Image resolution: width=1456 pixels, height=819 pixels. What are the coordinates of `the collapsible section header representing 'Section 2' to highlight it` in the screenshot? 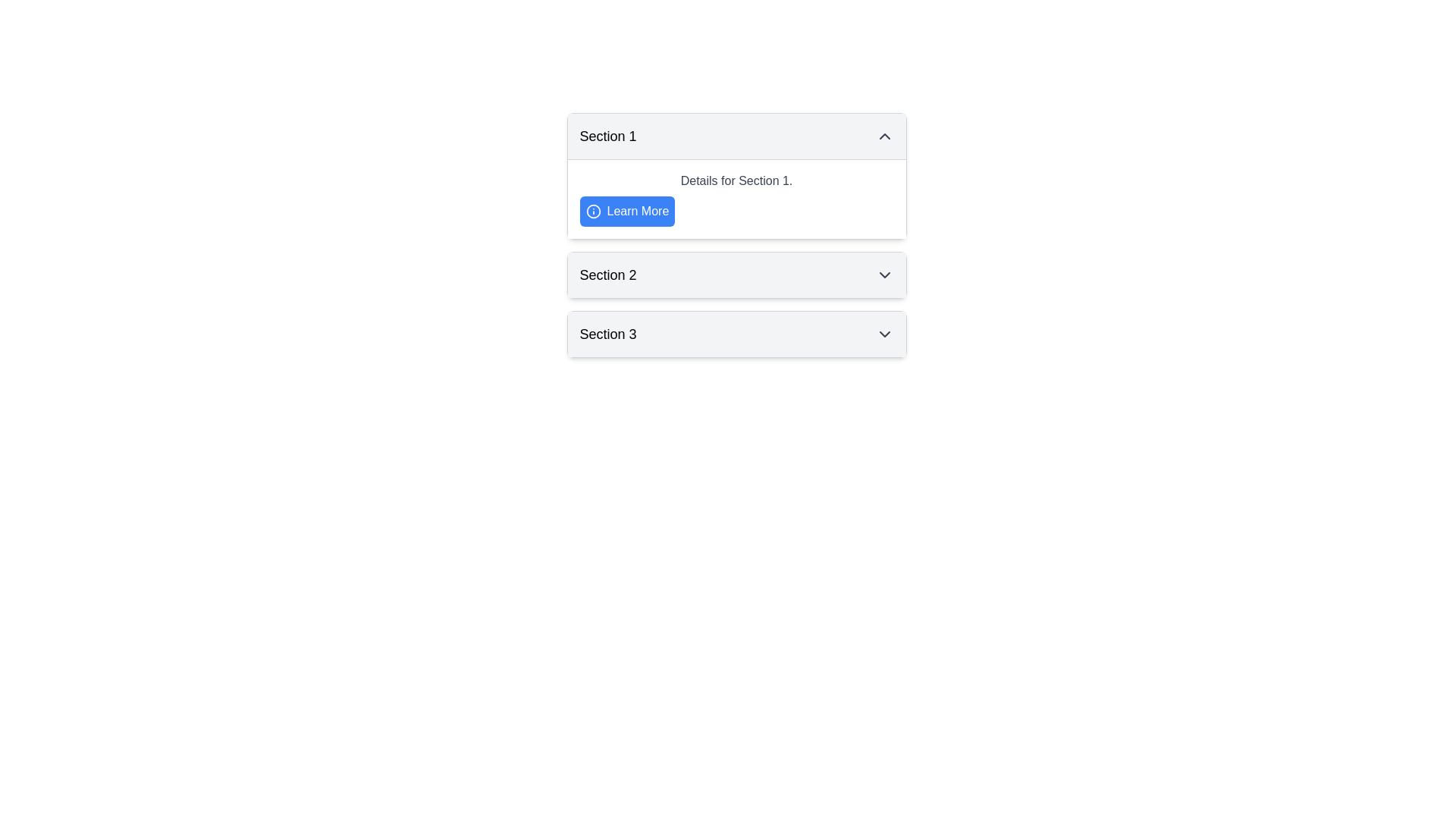 It's located at (736, 275).